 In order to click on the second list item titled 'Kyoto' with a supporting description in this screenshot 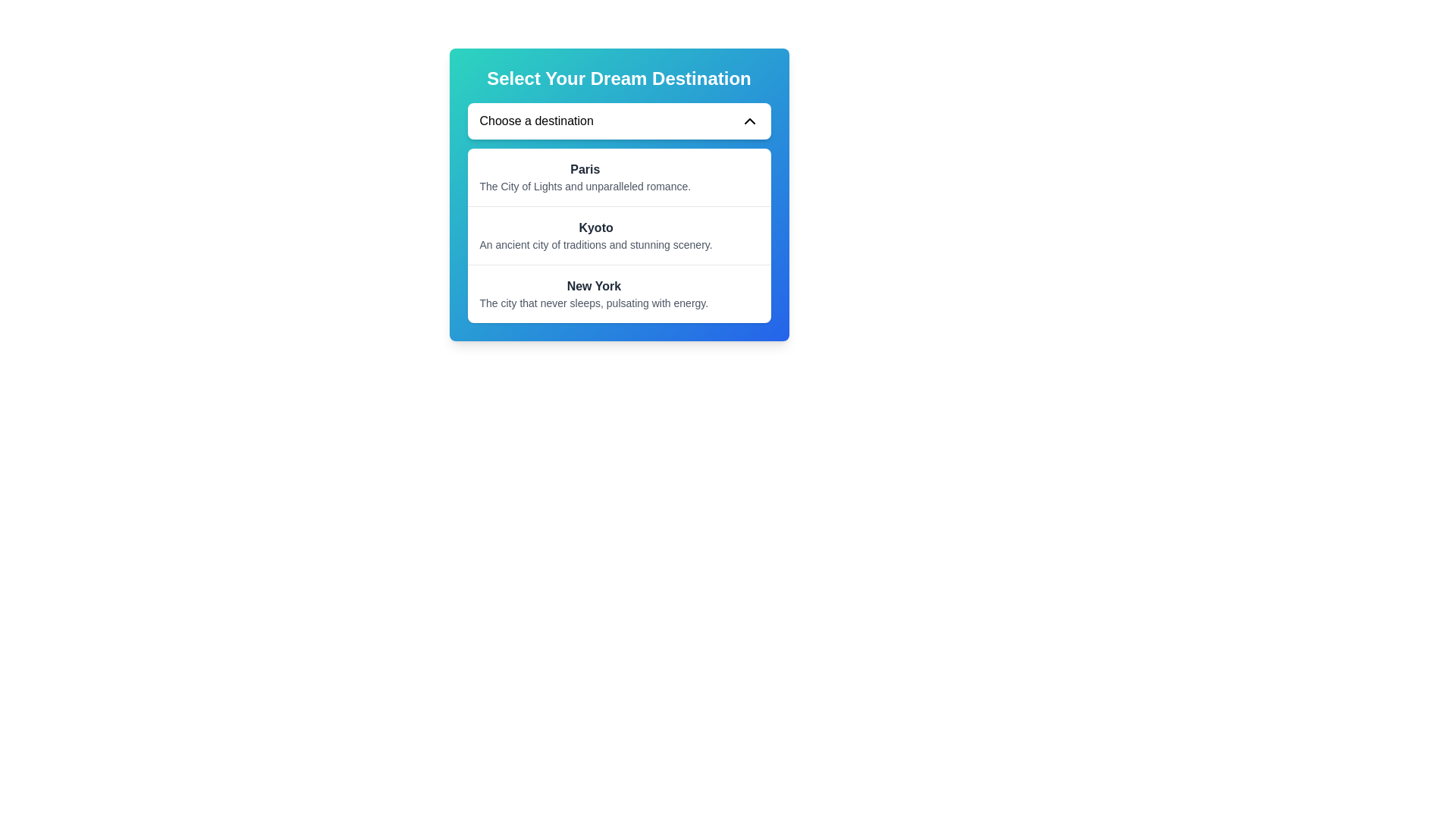, I will do `click(619, 235)`.